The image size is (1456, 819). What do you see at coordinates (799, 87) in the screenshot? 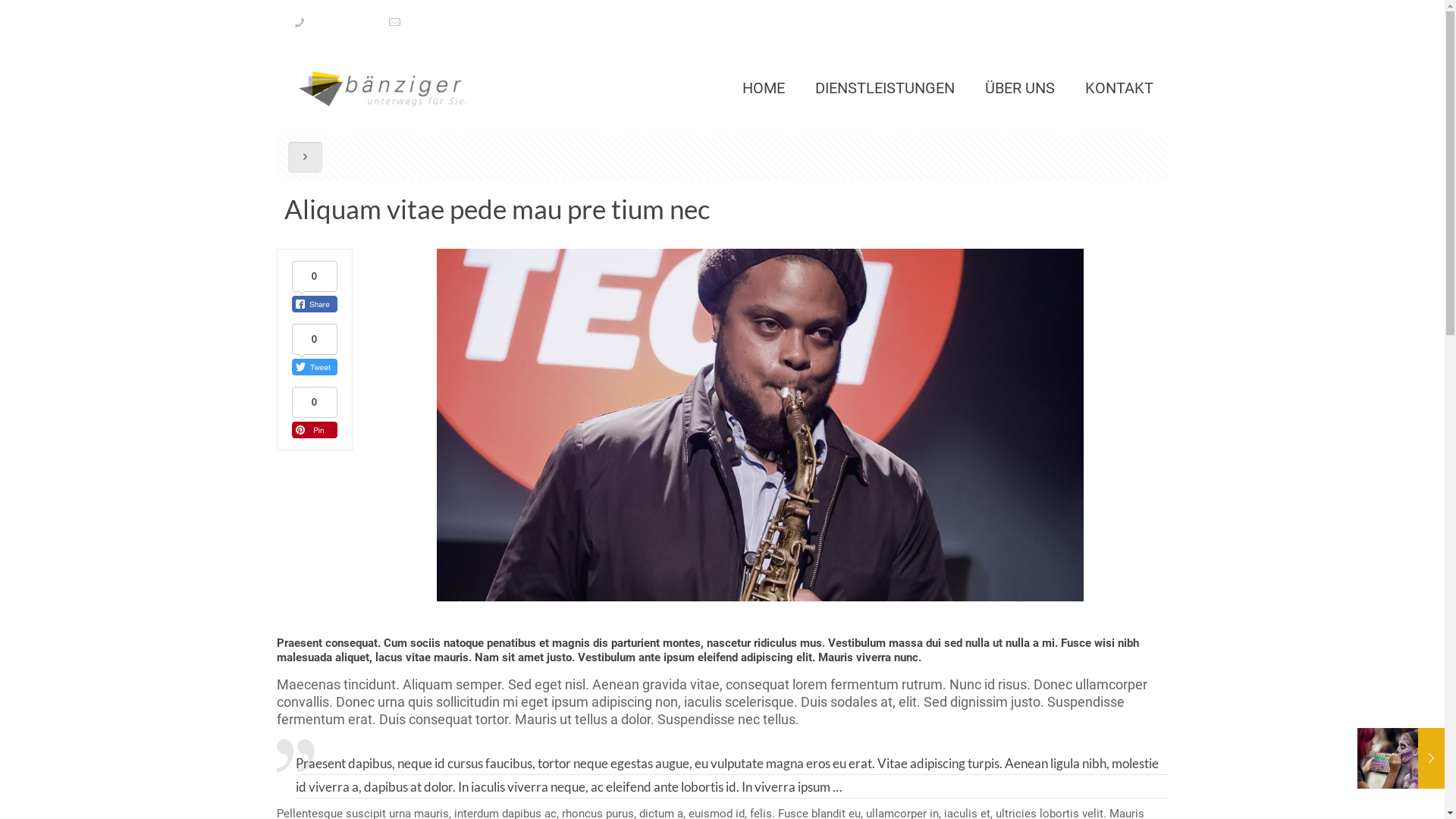
I see `'DIENSTLEISTUNGEN'` at bounding box center [799, 87].